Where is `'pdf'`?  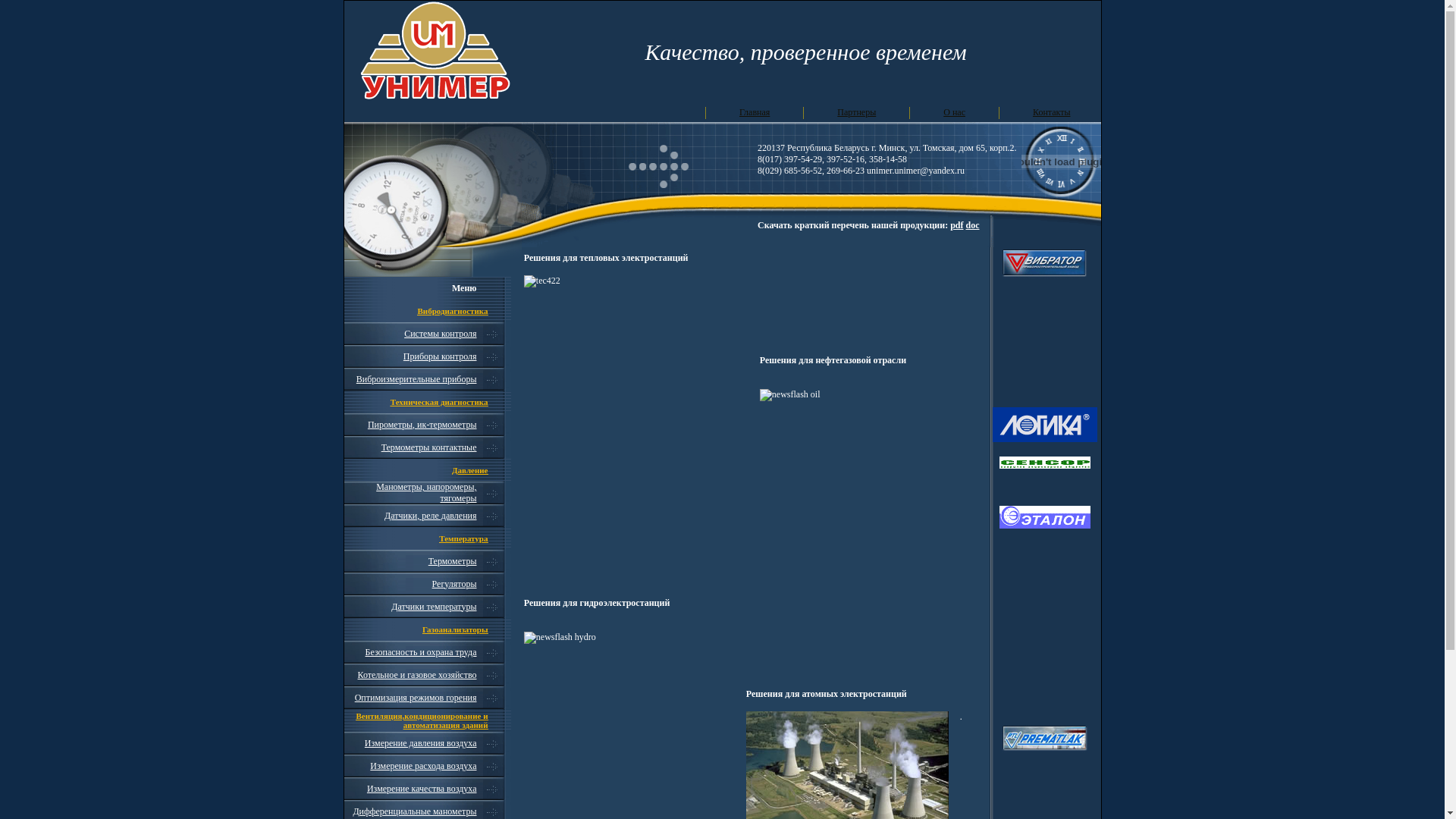 'pdf' is located at coordinates (955, 225).